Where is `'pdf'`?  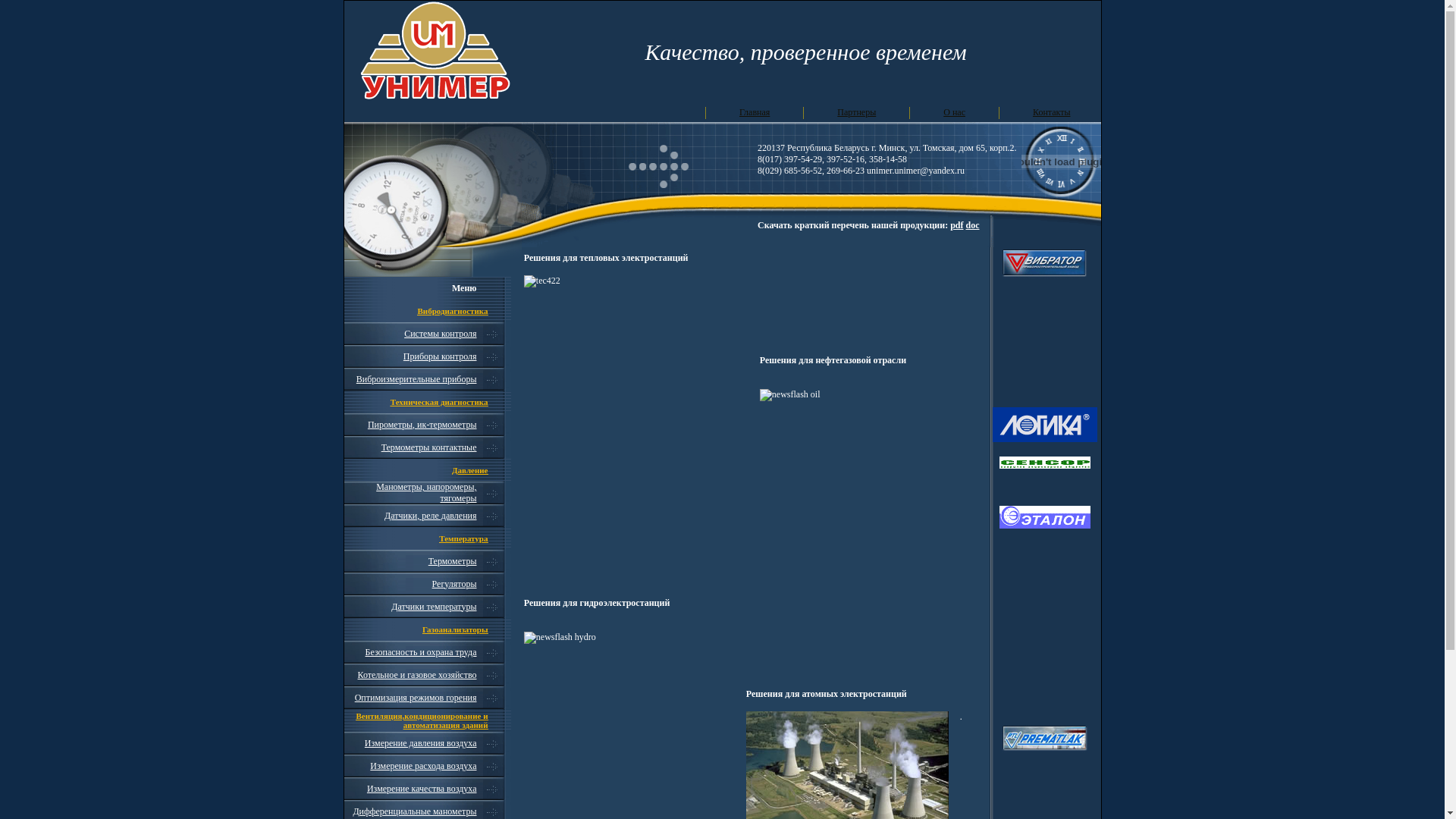 'pdf' is located at coordinates (955, 225).